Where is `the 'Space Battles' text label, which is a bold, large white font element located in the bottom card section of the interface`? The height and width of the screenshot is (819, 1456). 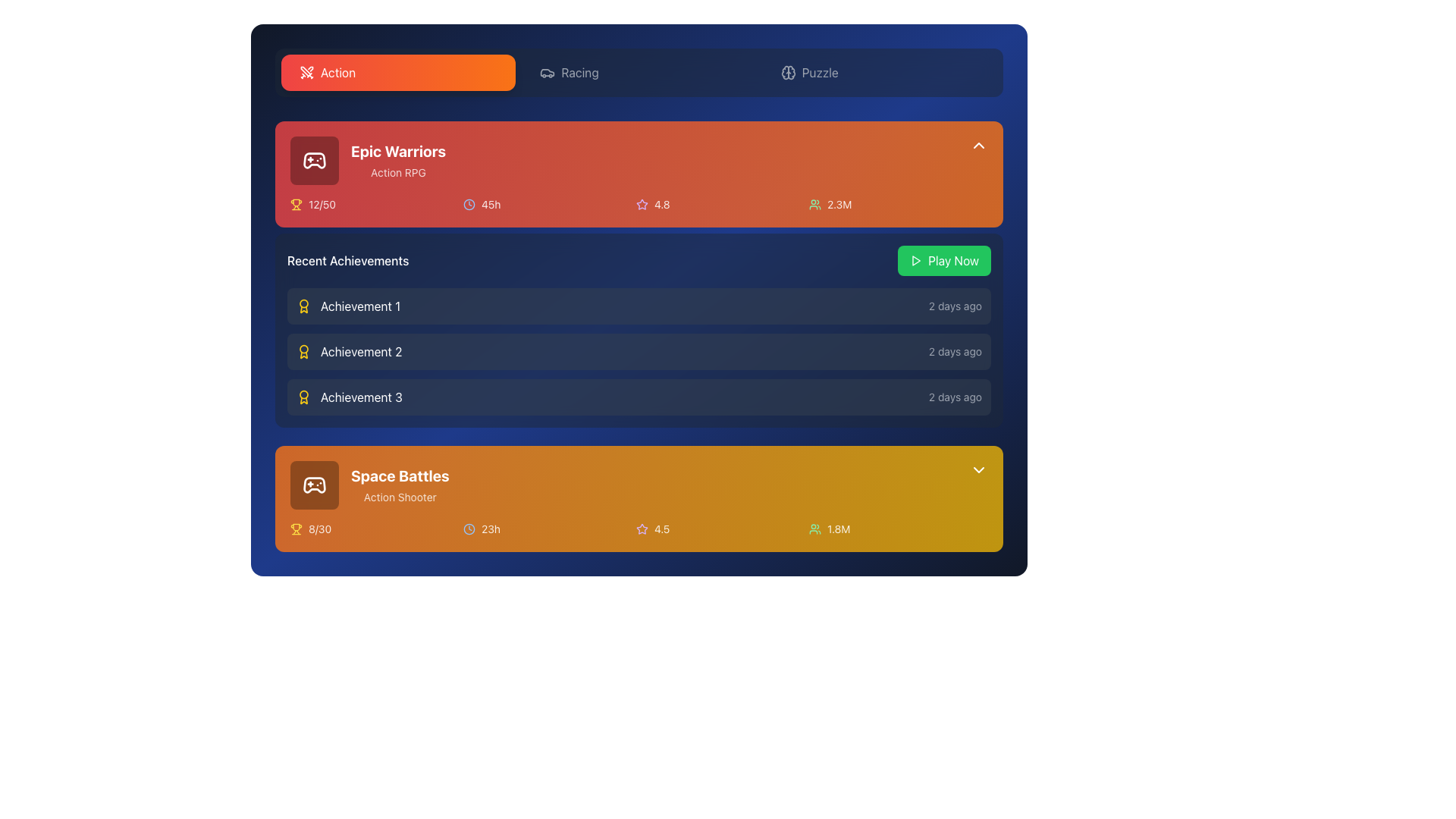
the 'Space Battles' text label, which is a bold, large white font element located in the bottom card section of the interface is located at coordinates (400, 475).